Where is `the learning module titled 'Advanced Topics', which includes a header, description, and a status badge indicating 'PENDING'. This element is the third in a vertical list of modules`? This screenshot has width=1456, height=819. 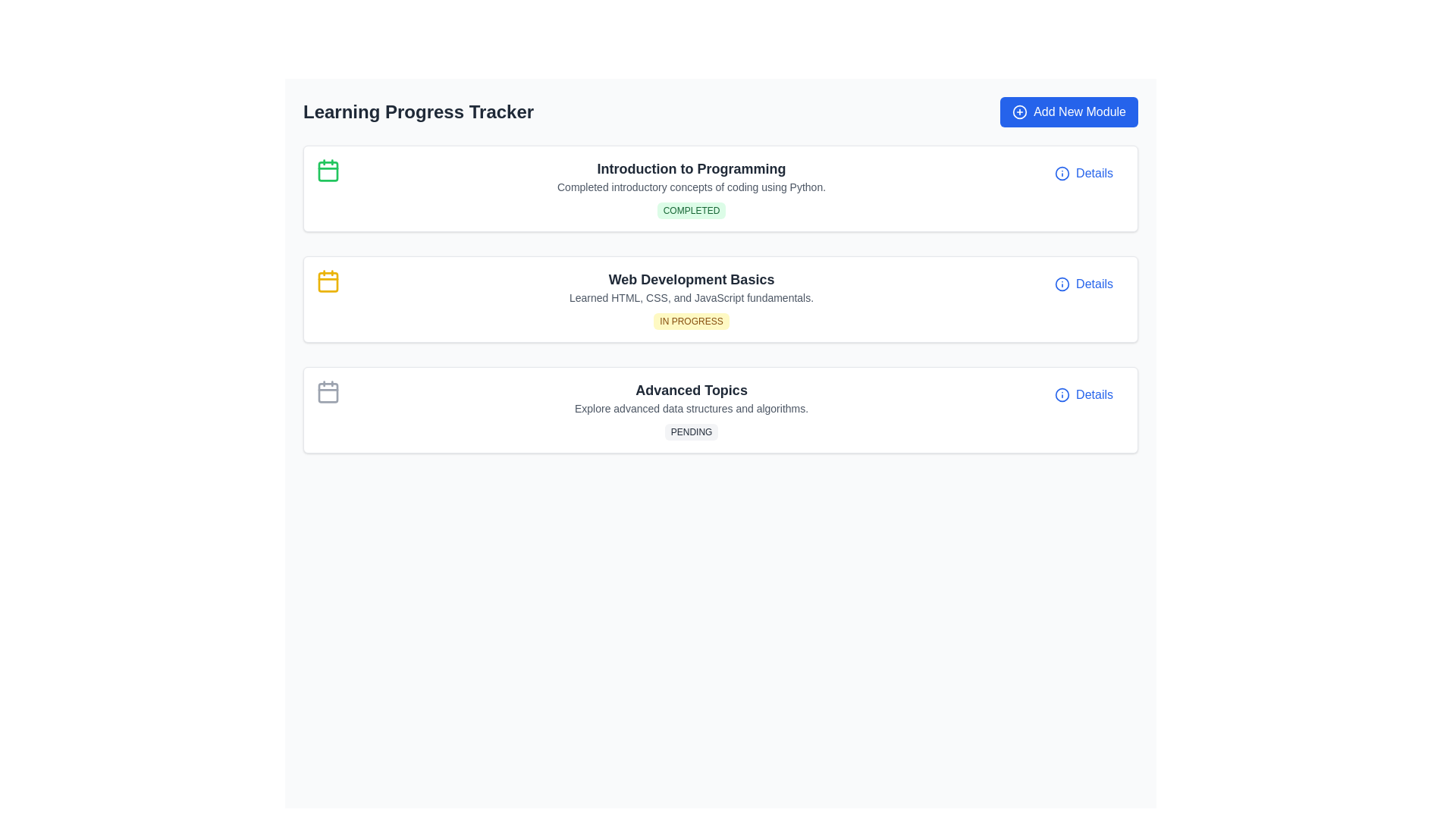
the learning module titled 'Advanced Topics', which includes a header, description, and a status badge indicating 'PENDING'. This element is the third in a vertical list of modules is located at coordinates (691, 409).